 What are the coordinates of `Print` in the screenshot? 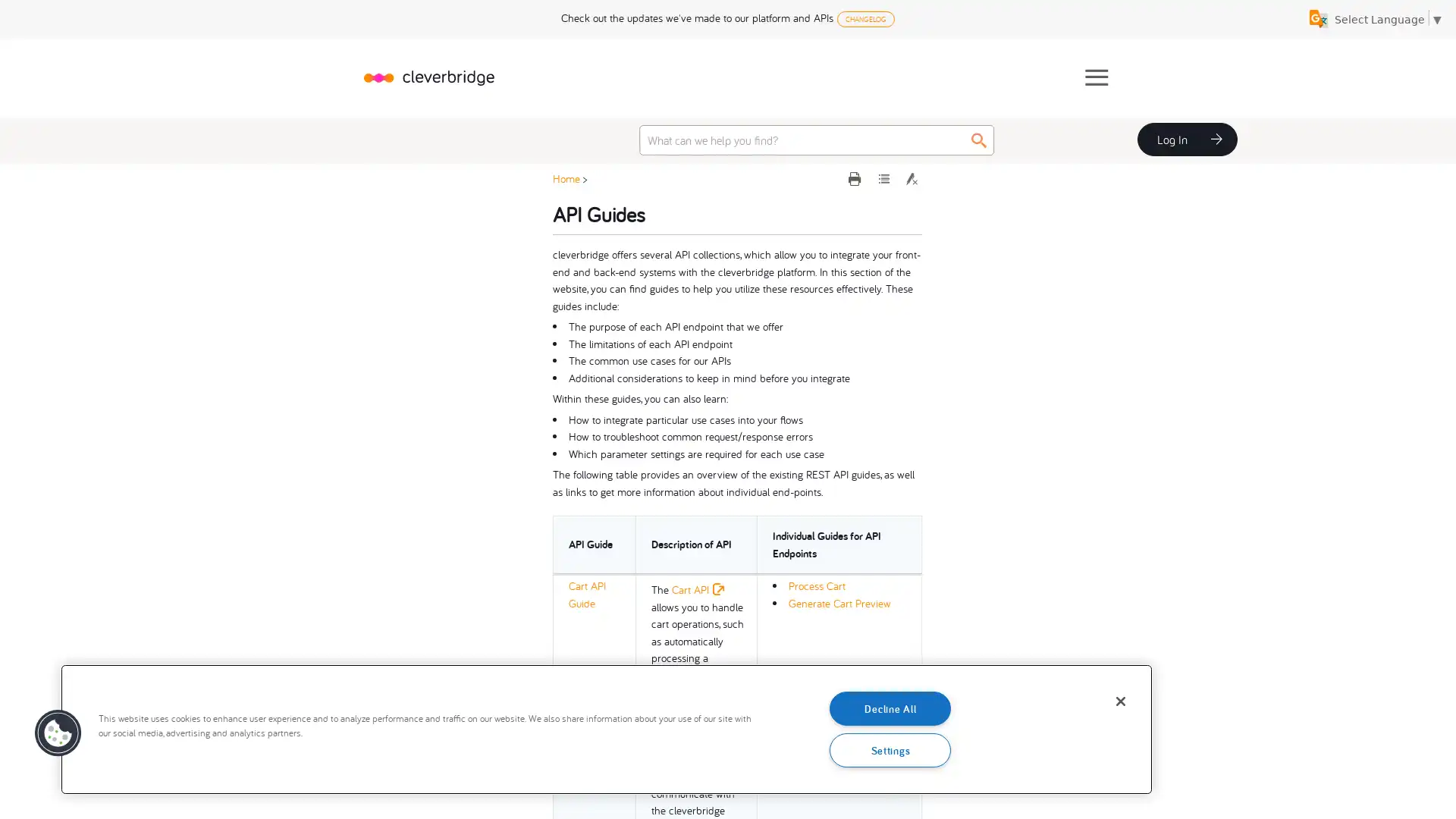 It's located at (856, 177).